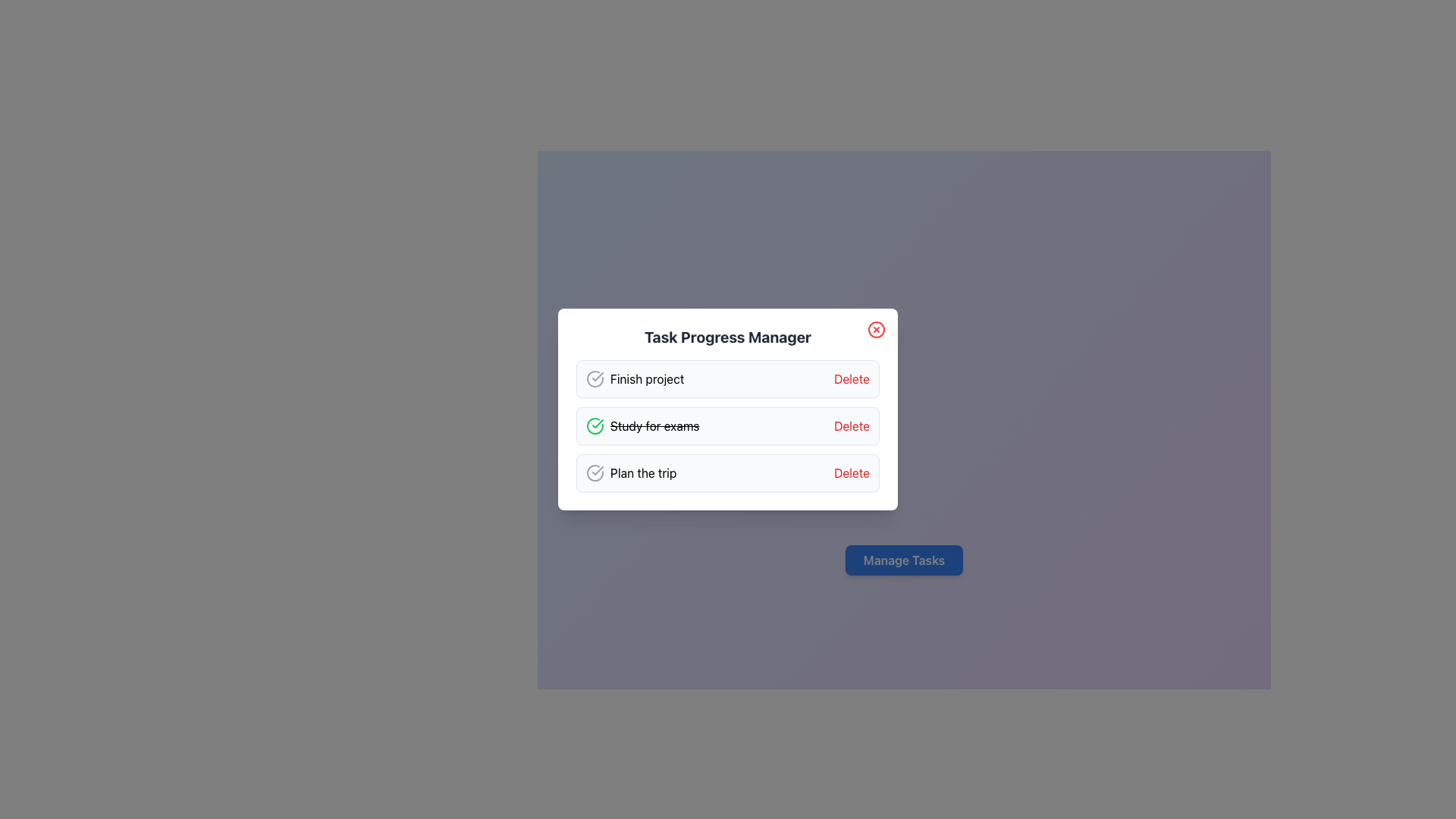  Describe the element at coordinates (728, 426) in the screenshot. I see `the list item displaying the completed task 'Study for exams' with a strikethrough style in the 'Task Progress Manager' modal` at that location.